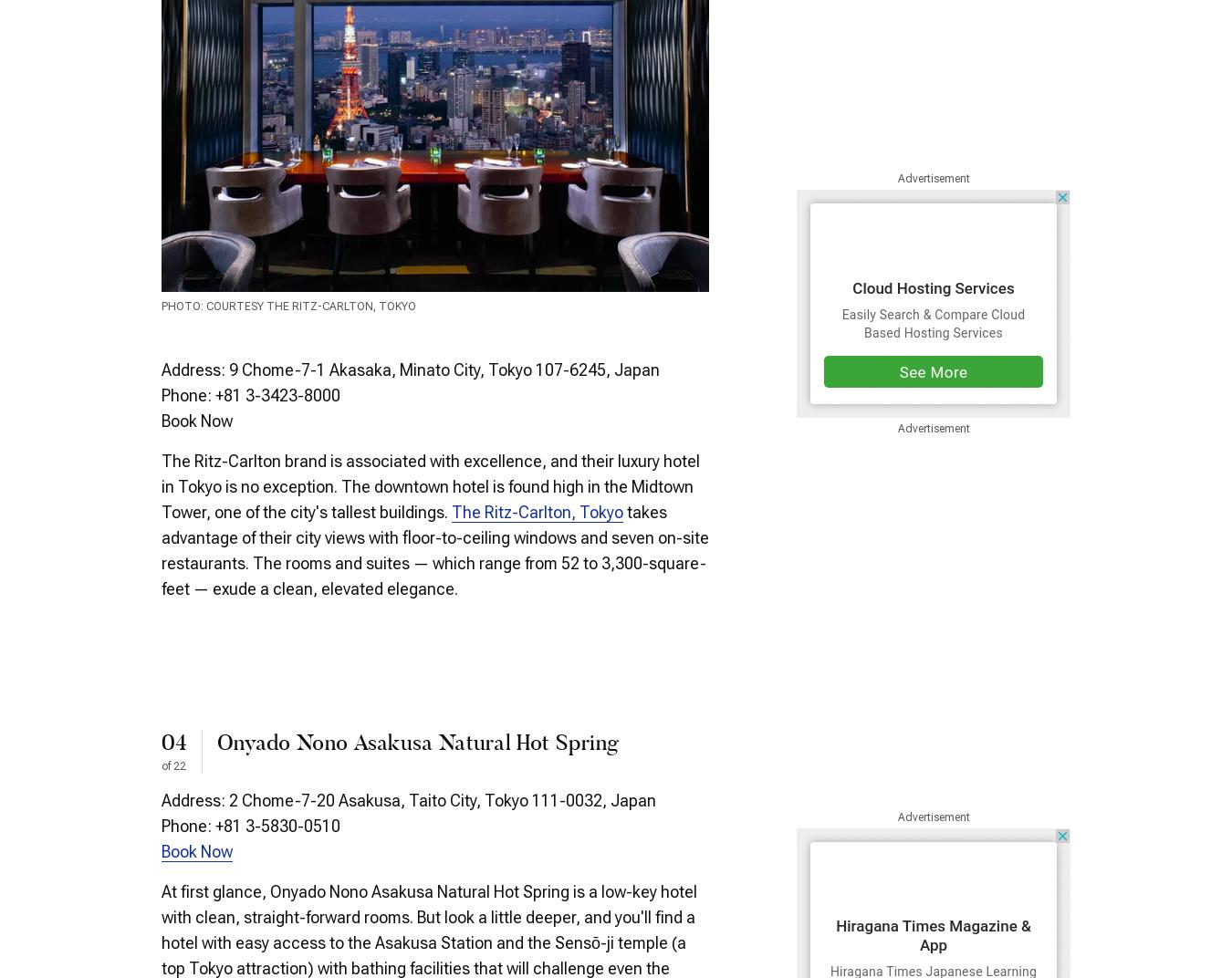 The width and height of the screenshot is (1232, 978). What do you see at coordinates (538, 510) in the screenshot?
I see `'The Ritz-Carlton, Tokyo'` at bounding box center [538, 510].